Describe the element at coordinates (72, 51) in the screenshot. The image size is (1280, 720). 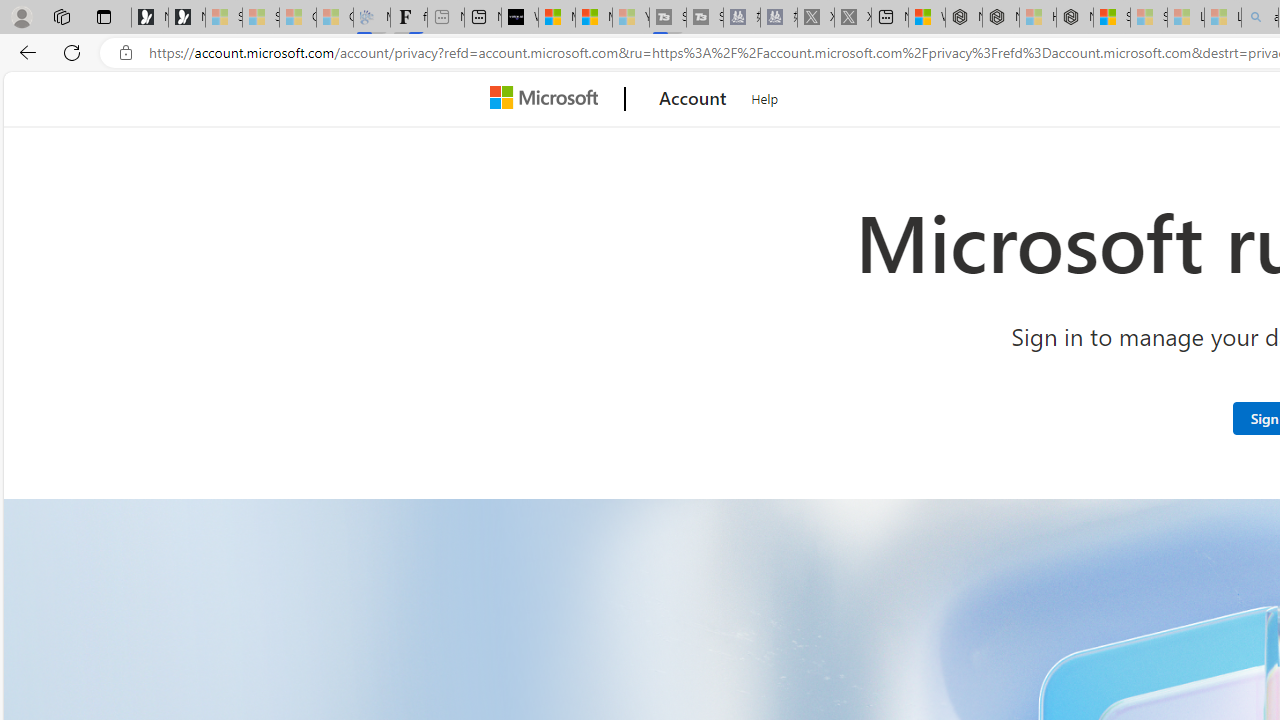
I see `'Refresh'` at that location.